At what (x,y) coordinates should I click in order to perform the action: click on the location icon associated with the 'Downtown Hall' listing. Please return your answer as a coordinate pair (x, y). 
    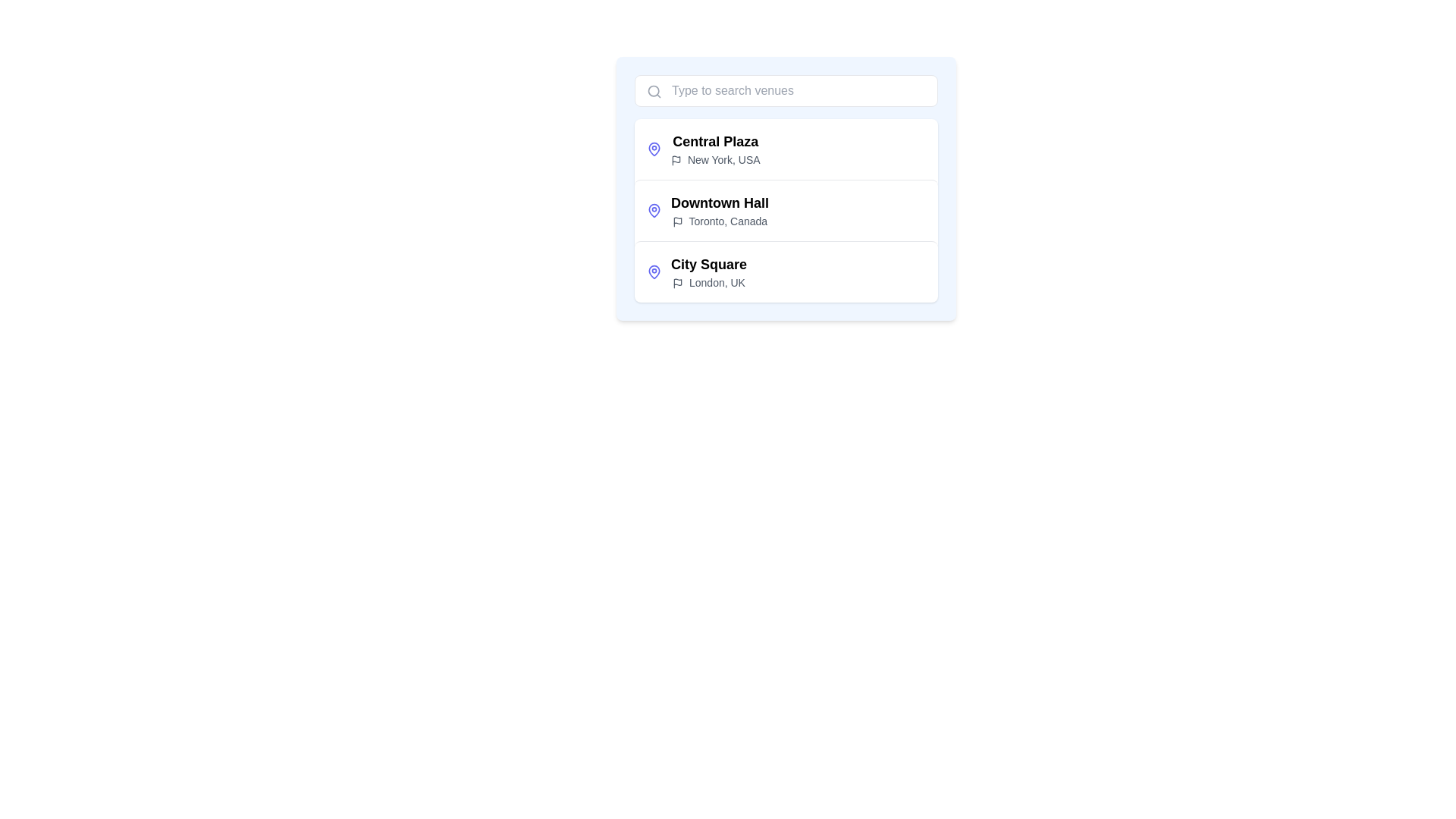
    Looking at the image, I should click on (654, 210).